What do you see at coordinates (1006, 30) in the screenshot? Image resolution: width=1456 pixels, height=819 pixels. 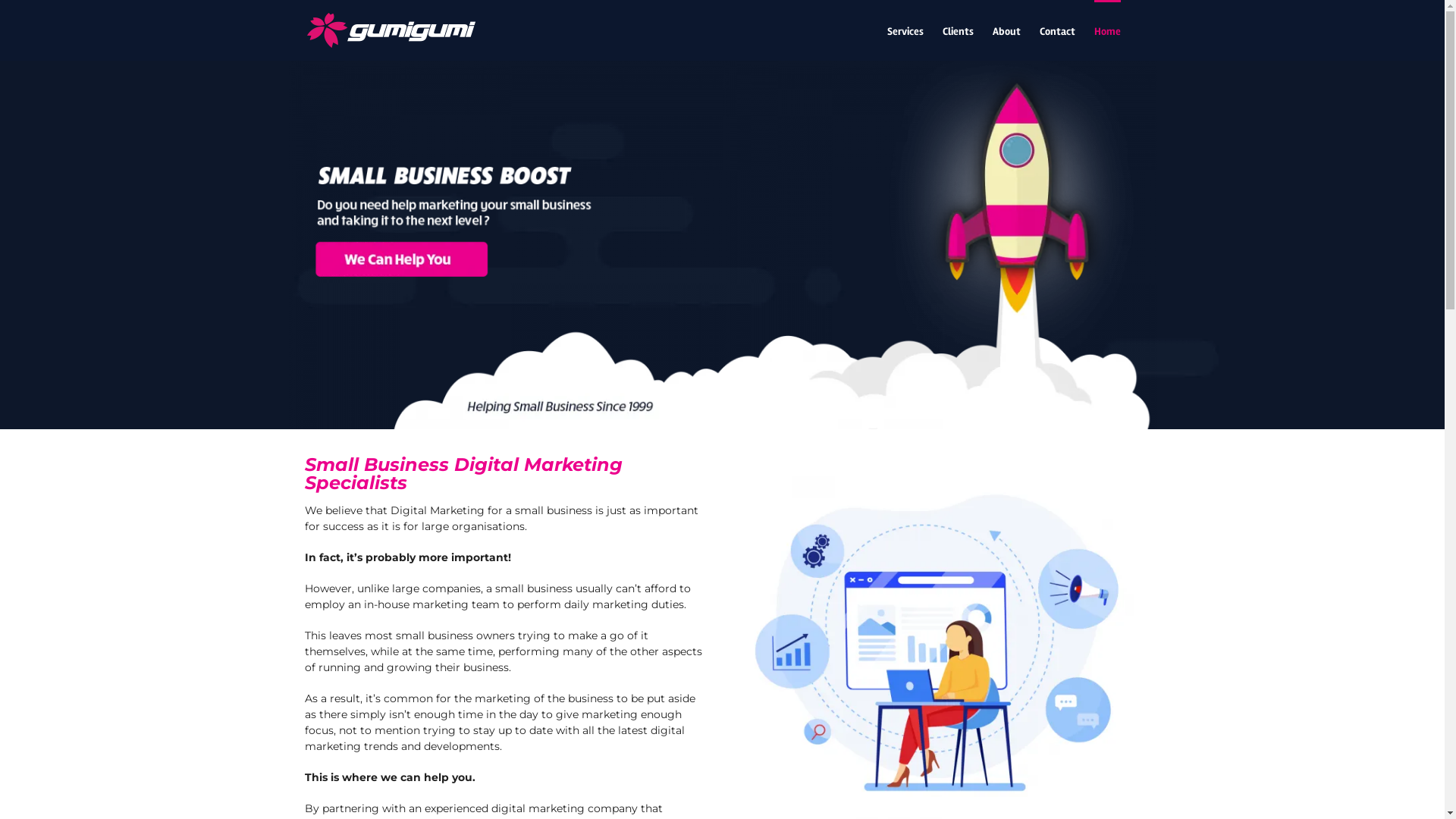 I see `'About'` at bounding box center [1006, 30].